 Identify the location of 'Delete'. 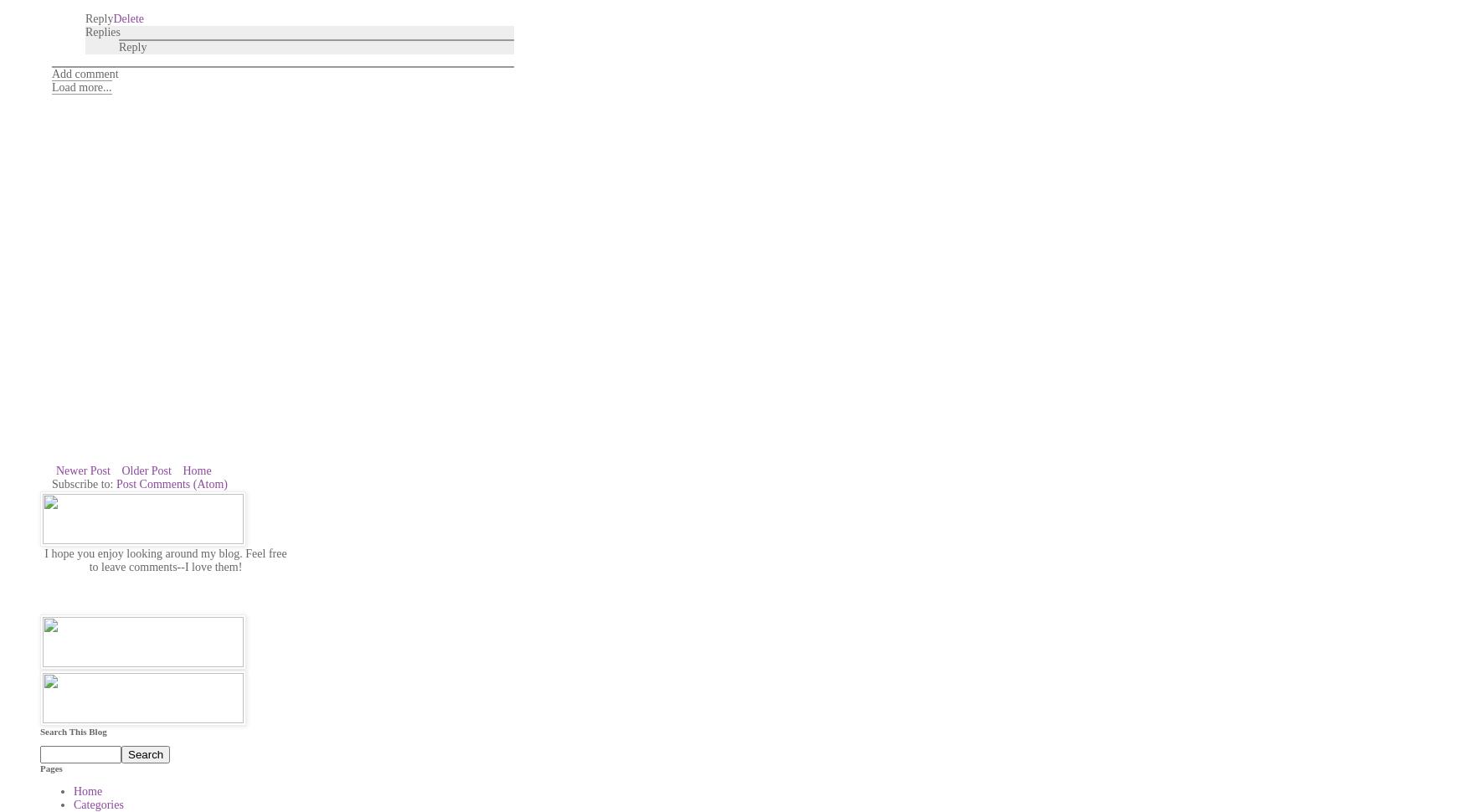
(127, 18).